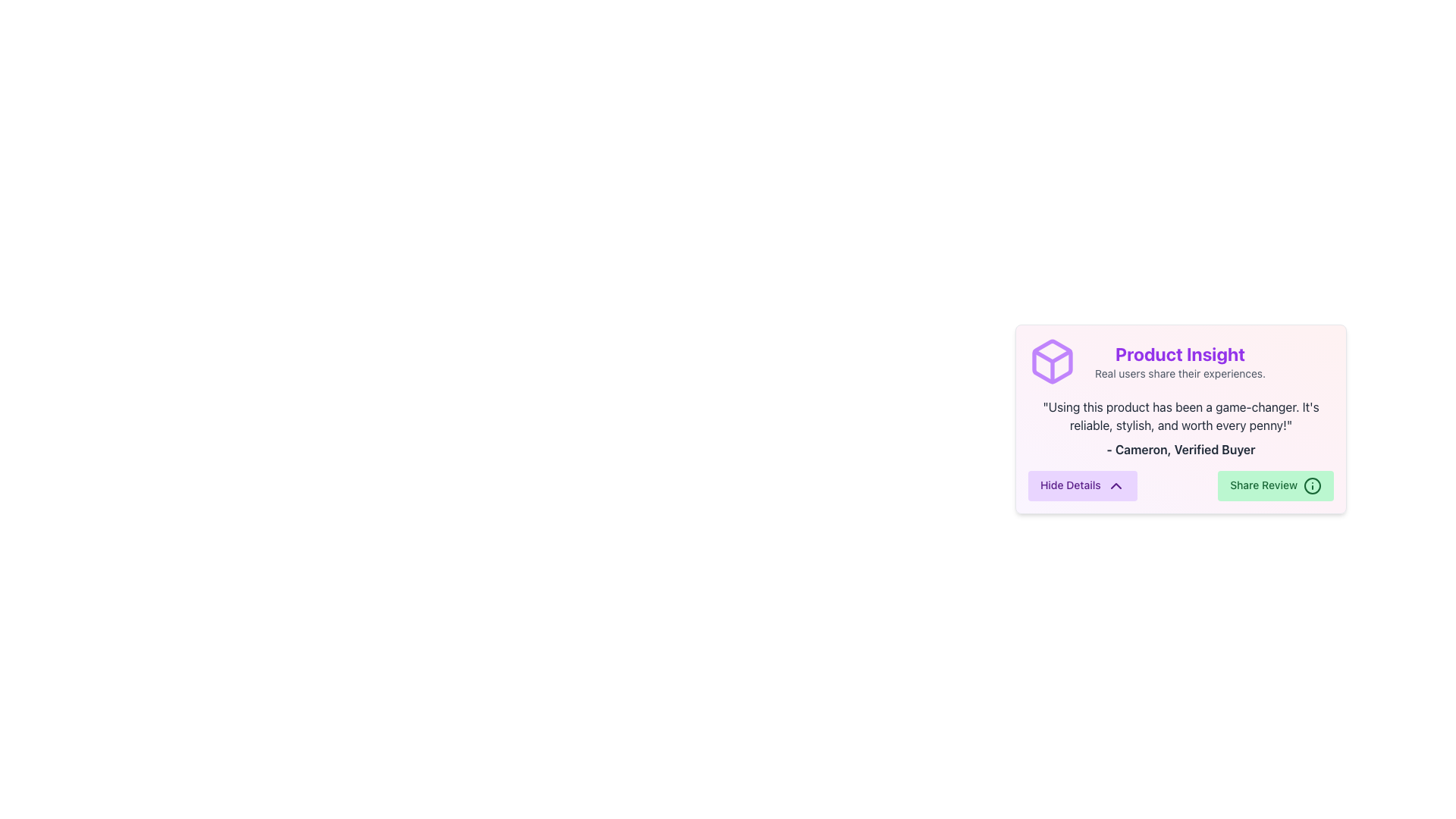 This screenshot has width=1456, height=819. What do you see at coordinates (1312, 485) in the screenshot?
I see `the circular graphical component that is part of the information icon within the 'Share Review' button located at the bottom-right corner of the user review card` at bounding box center [1312, 485].